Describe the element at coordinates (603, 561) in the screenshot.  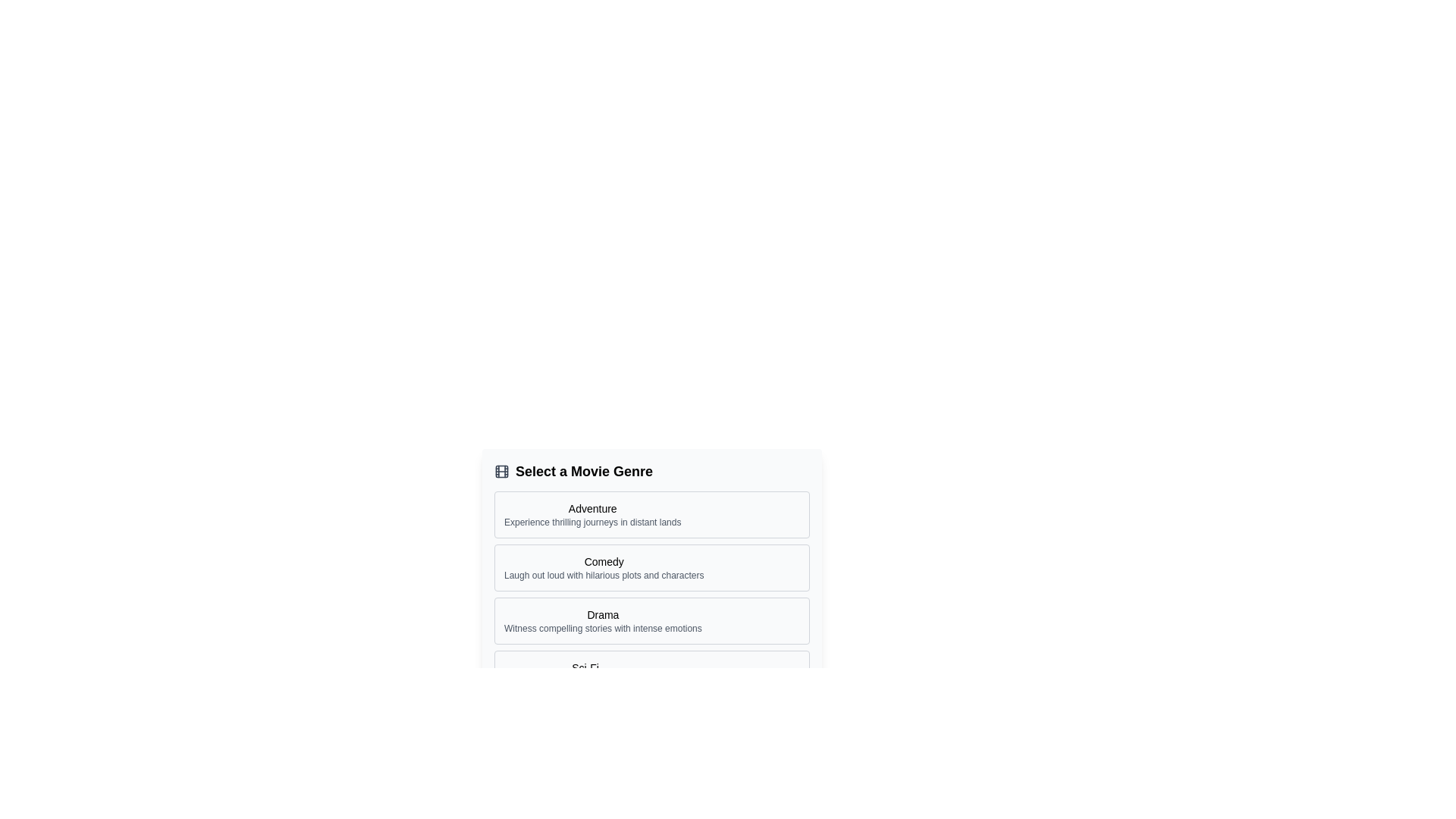
I see `the Text Label that serves as the heading for the 'Comedy' movie genre, located centrally in the genre list` at that location.